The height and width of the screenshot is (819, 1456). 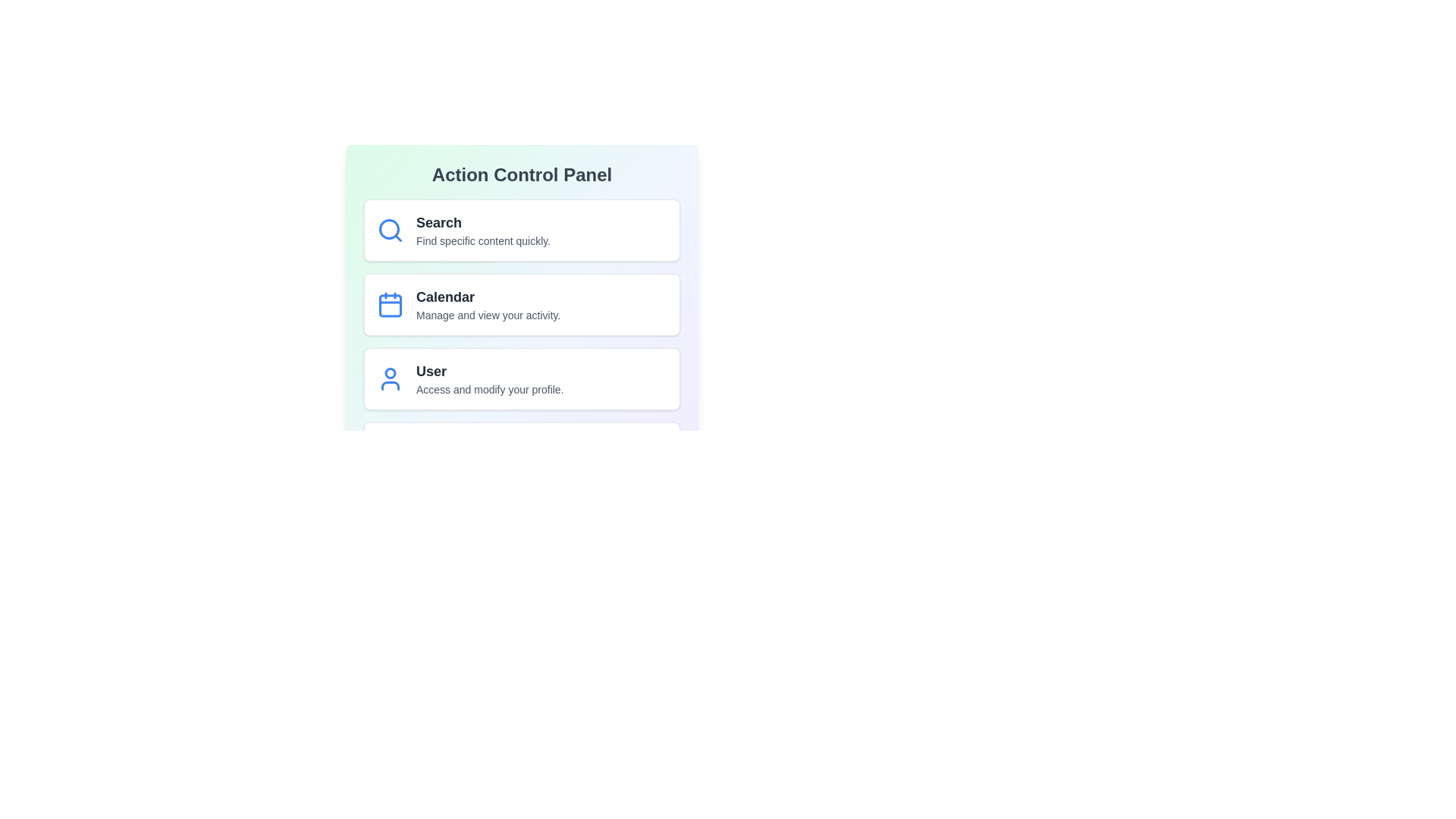 What do you see at coordinates (522, 378) in the screenshot?
I see `the user settings element, which is a clickable list item with a blue outline icon of a person and the title 'User'` at bounding box center [522, 378].